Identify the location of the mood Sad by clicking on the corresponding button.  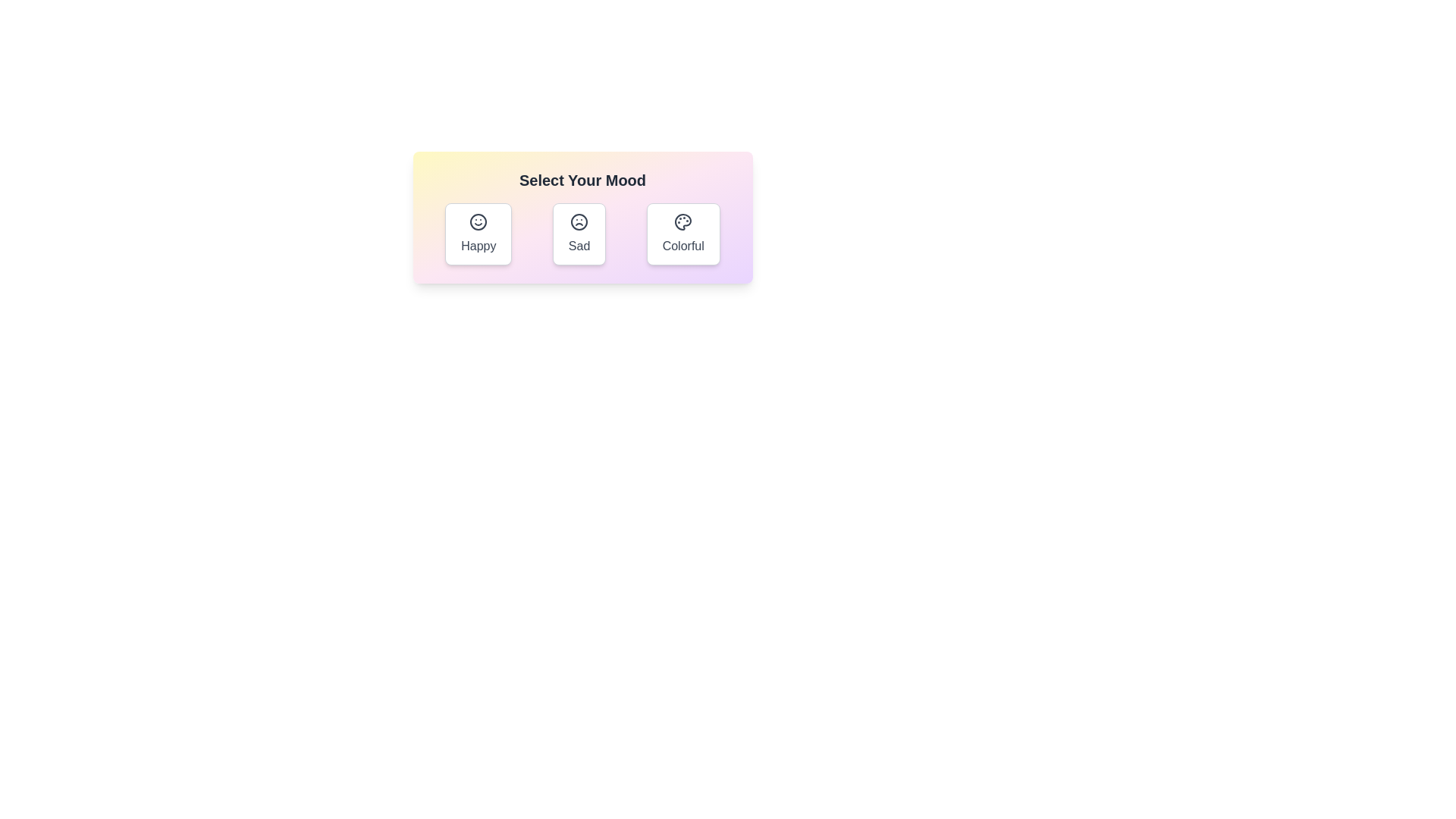
(578, 234).